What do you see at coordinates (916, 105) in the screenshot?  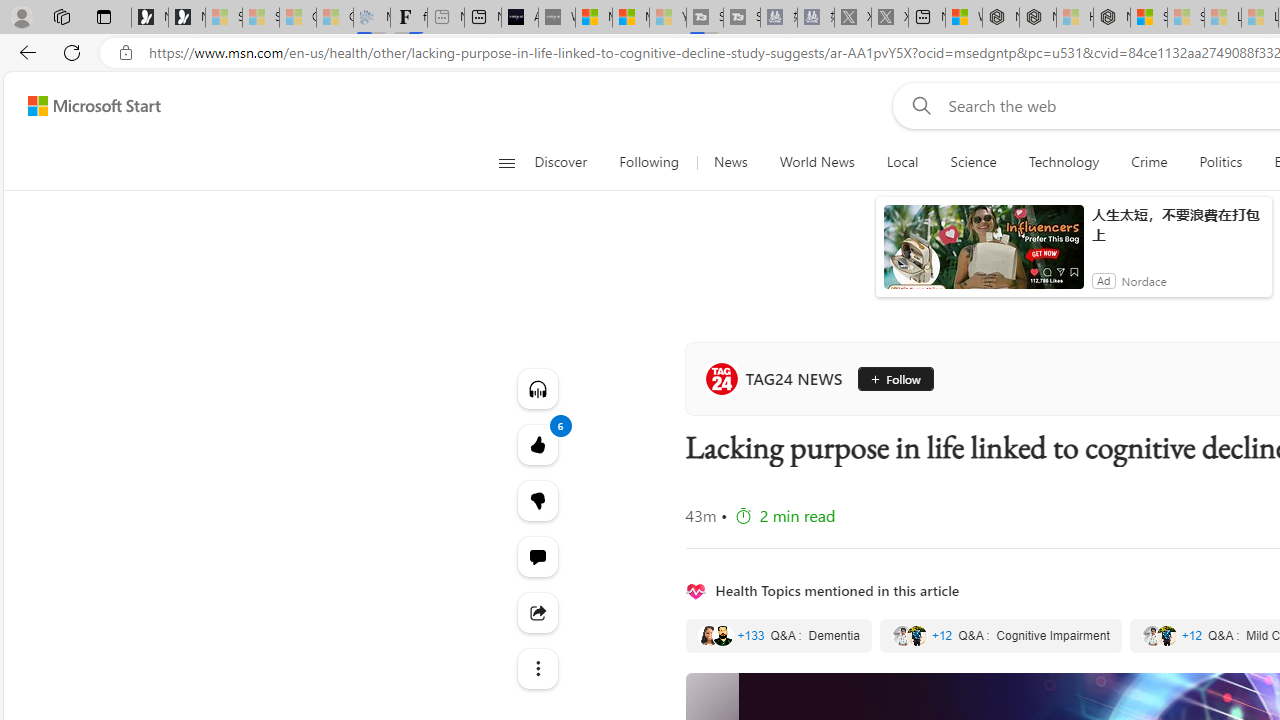 I see `'Web search'` at bounding box center [916, 105].